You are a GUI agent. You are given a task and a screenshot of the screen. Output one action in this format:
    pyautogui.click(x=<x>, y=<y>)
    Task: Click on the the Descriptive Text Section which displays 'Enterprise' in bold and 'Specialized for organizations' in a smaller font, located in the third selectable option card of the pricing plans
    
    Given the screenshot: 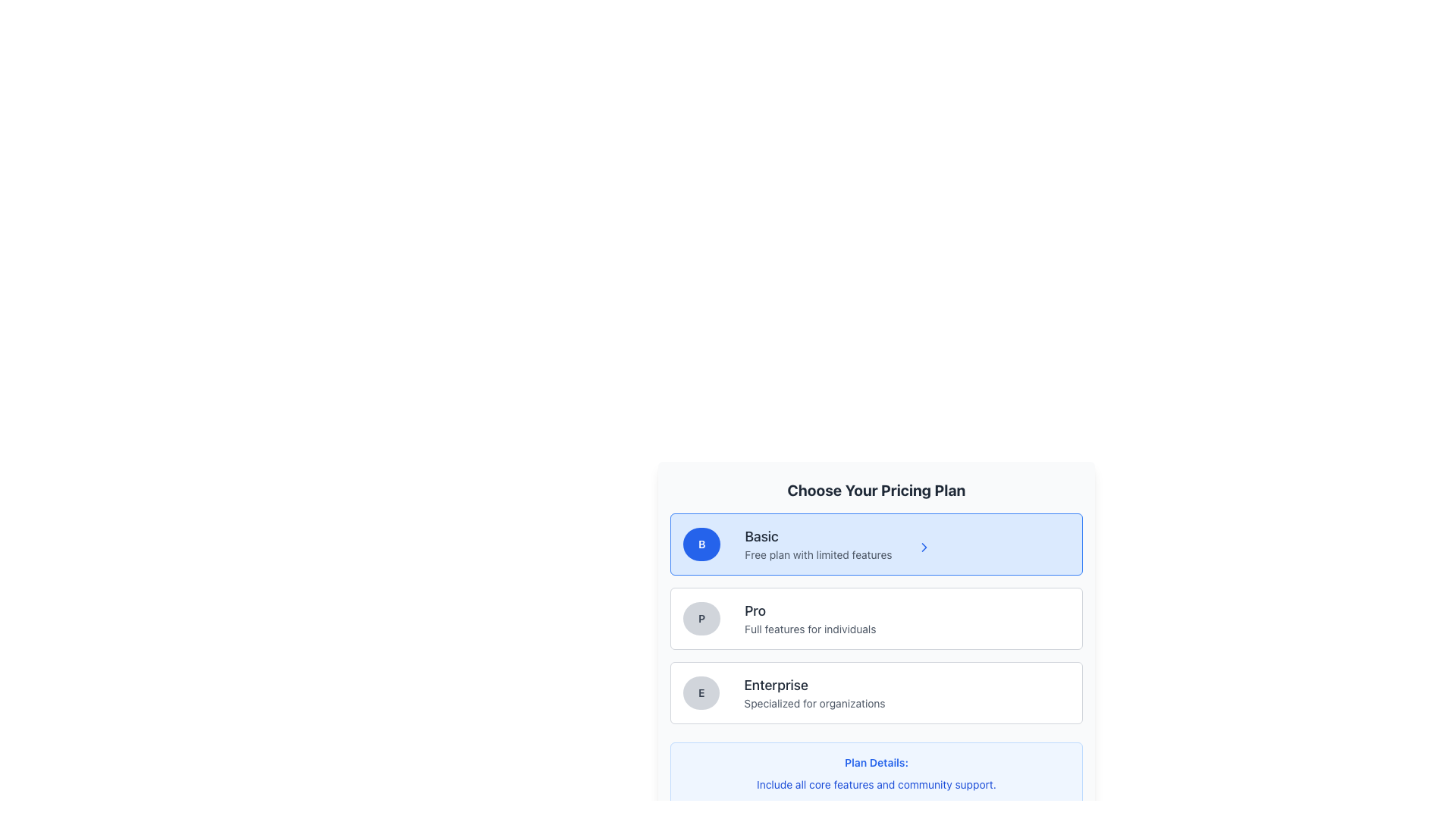 What is the action you would take?
    pyautogui.click(x=814, y=693)
    